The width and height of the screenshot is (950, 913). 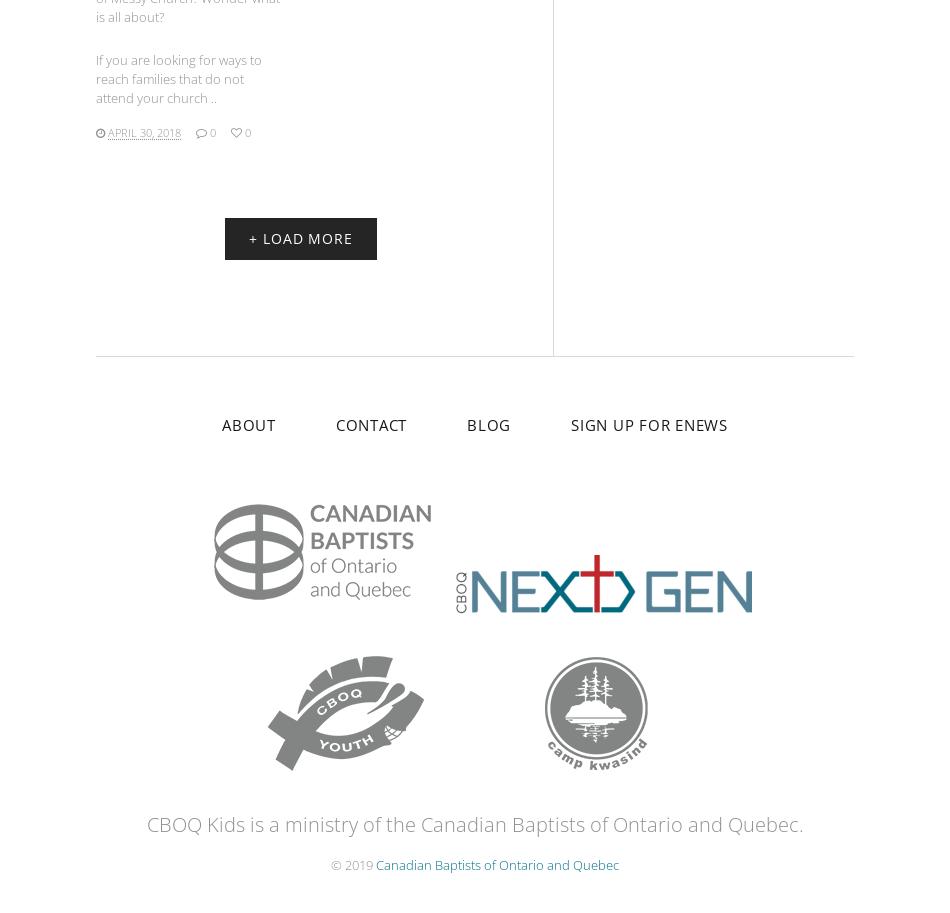 I want to click on 'If you are looking for ways to reach families that do not attend your church ..', so click(x=178, y=76).